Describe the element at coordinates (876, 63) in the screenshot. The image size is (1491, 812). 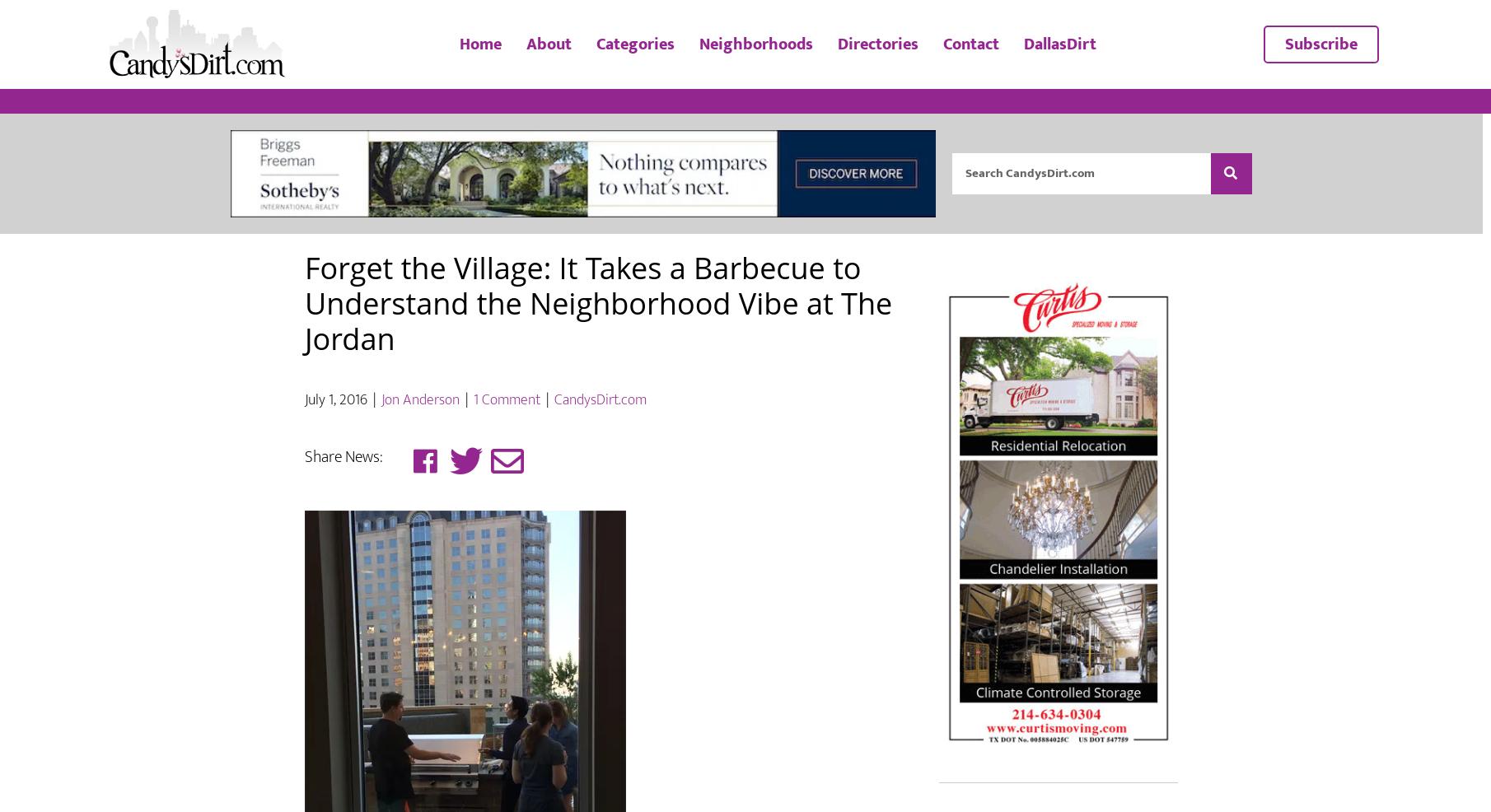
I see `'Directories'` at that location.